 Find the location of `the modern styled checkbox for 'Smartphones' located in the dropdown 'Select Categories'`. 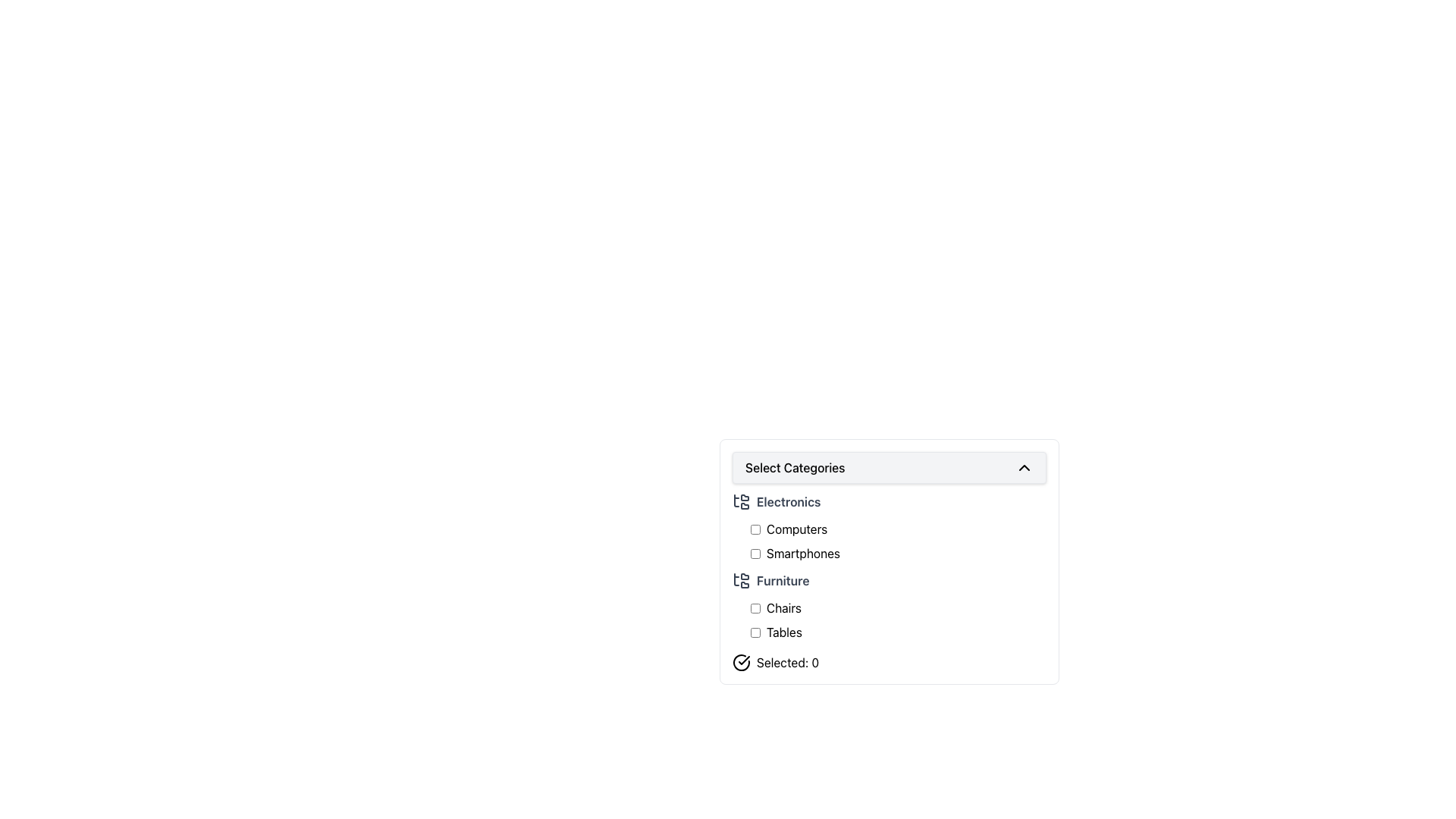

the modern styled checkbox for 'Smartphones' located in the dropdown 'Select Categories' is located at coordinates (755, 553).